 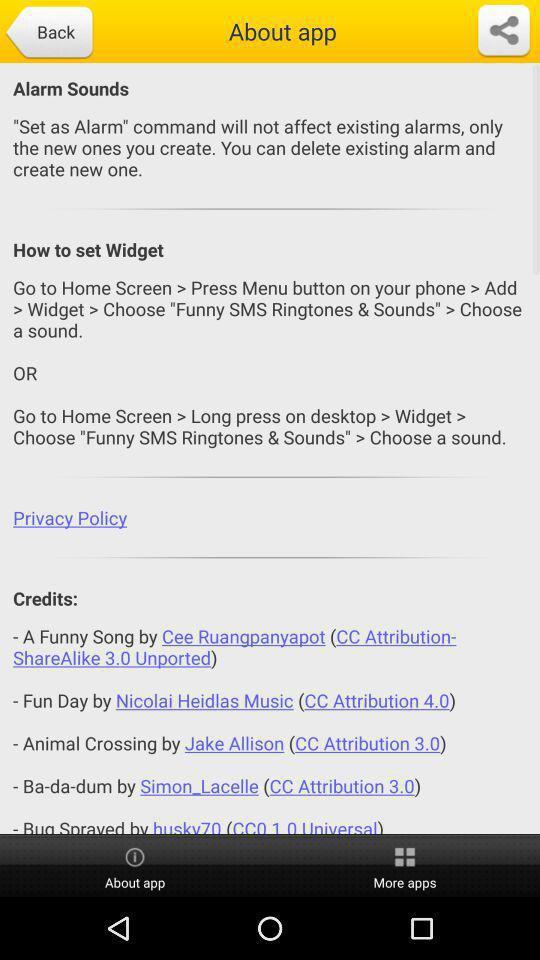 What do you see at coordinates (405, 865) in the screenshot?
I see `the more apps icon` at bounding box center [405, 865].